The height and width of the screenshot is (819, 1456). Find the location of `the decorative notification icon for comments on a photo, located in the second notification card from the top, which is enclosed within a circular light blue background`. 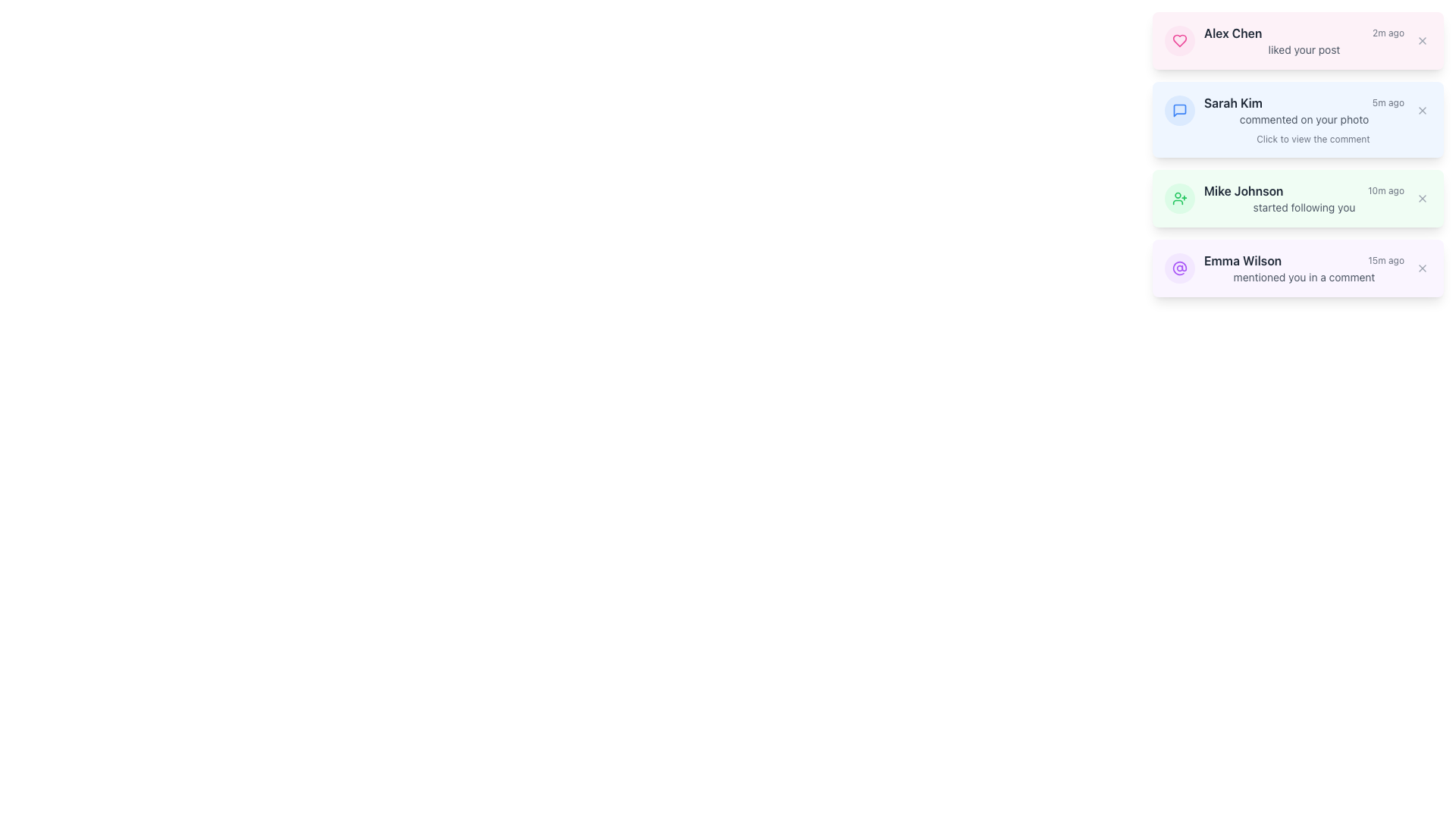

the decorative notification icon for comments on a photo, located in the second notification card from the top, which is enclosed within a circular light blue background is located at coordinates (1178, 110).